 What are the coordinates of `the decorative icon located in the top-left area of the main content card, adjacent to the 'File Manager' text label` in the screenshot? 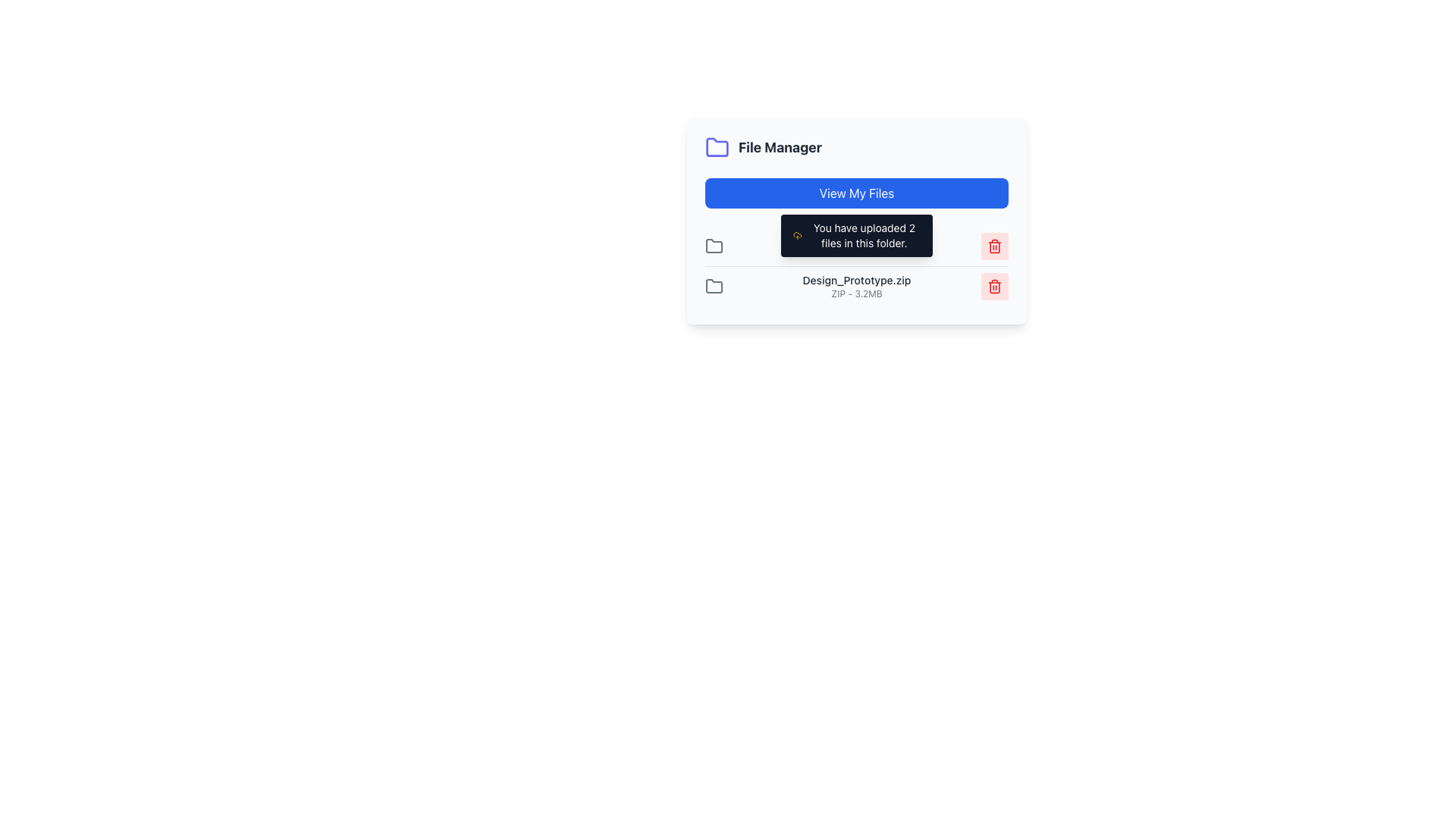 It's located at (716, 146).